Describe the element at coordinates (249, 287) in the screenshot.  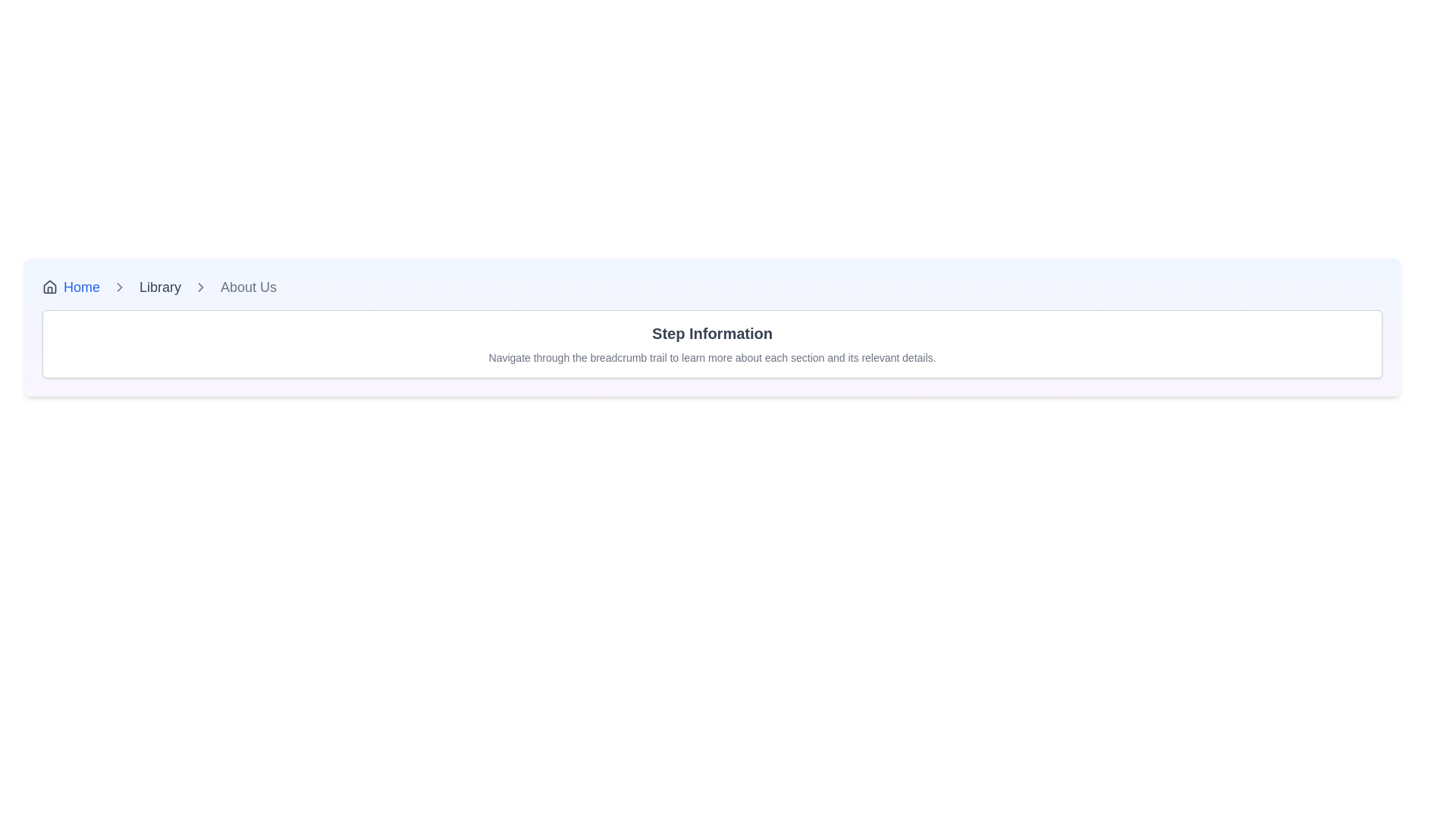
I see `the breadcrumb item labeled 'About Us' in the navigation hierarchy, which is the third item in the breadcrumb navigation bar` at that location.